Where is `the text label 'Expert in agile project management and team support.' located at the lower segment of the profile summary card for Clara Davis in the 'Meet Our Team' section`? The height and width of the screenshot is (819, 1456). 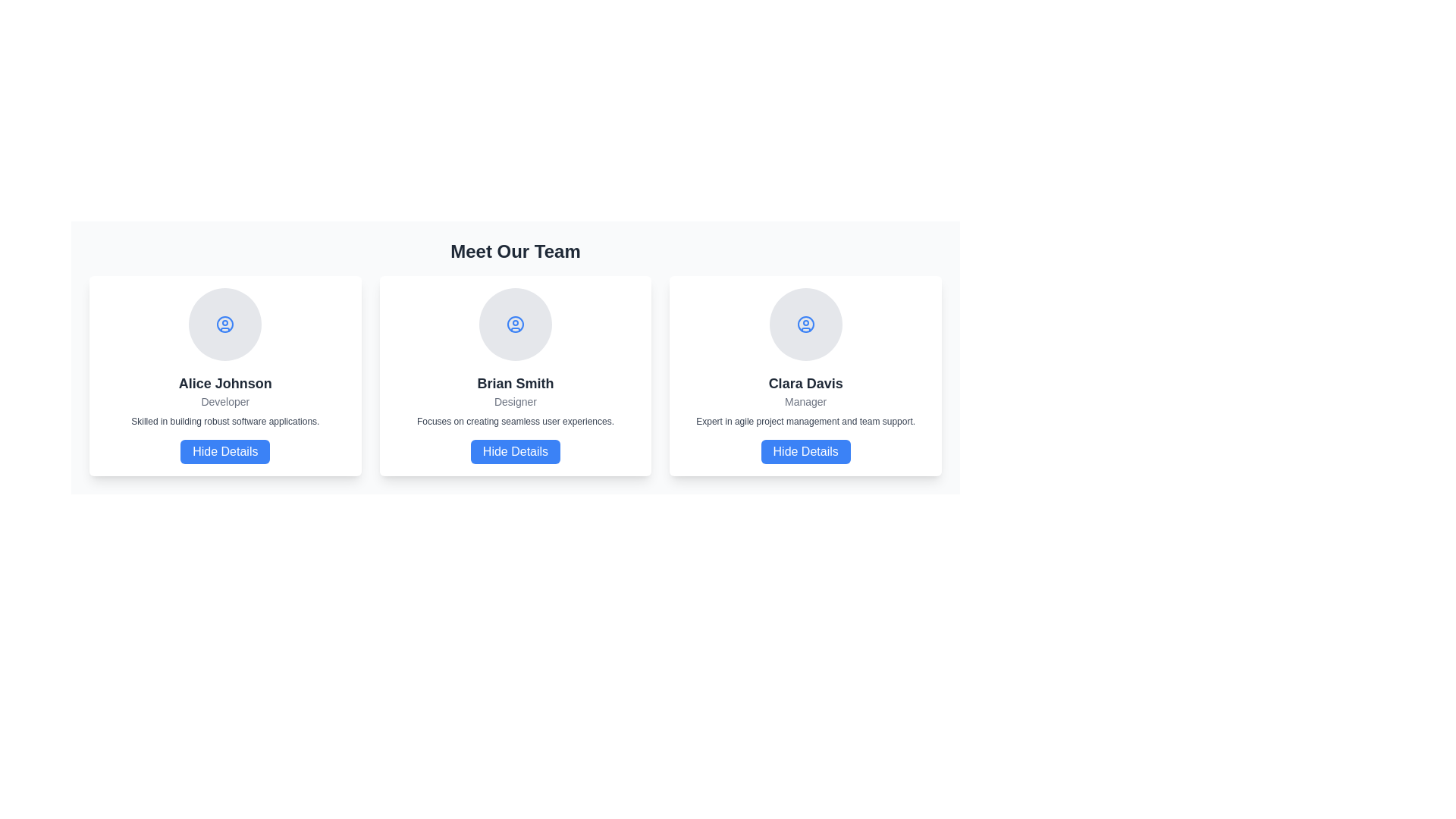 the text label 'Expert in agile project management and team support.' located at the lower segment of the profile summary card for Clara Davis in the 'Meet Our Team' section is located at coordinates (805, 421).